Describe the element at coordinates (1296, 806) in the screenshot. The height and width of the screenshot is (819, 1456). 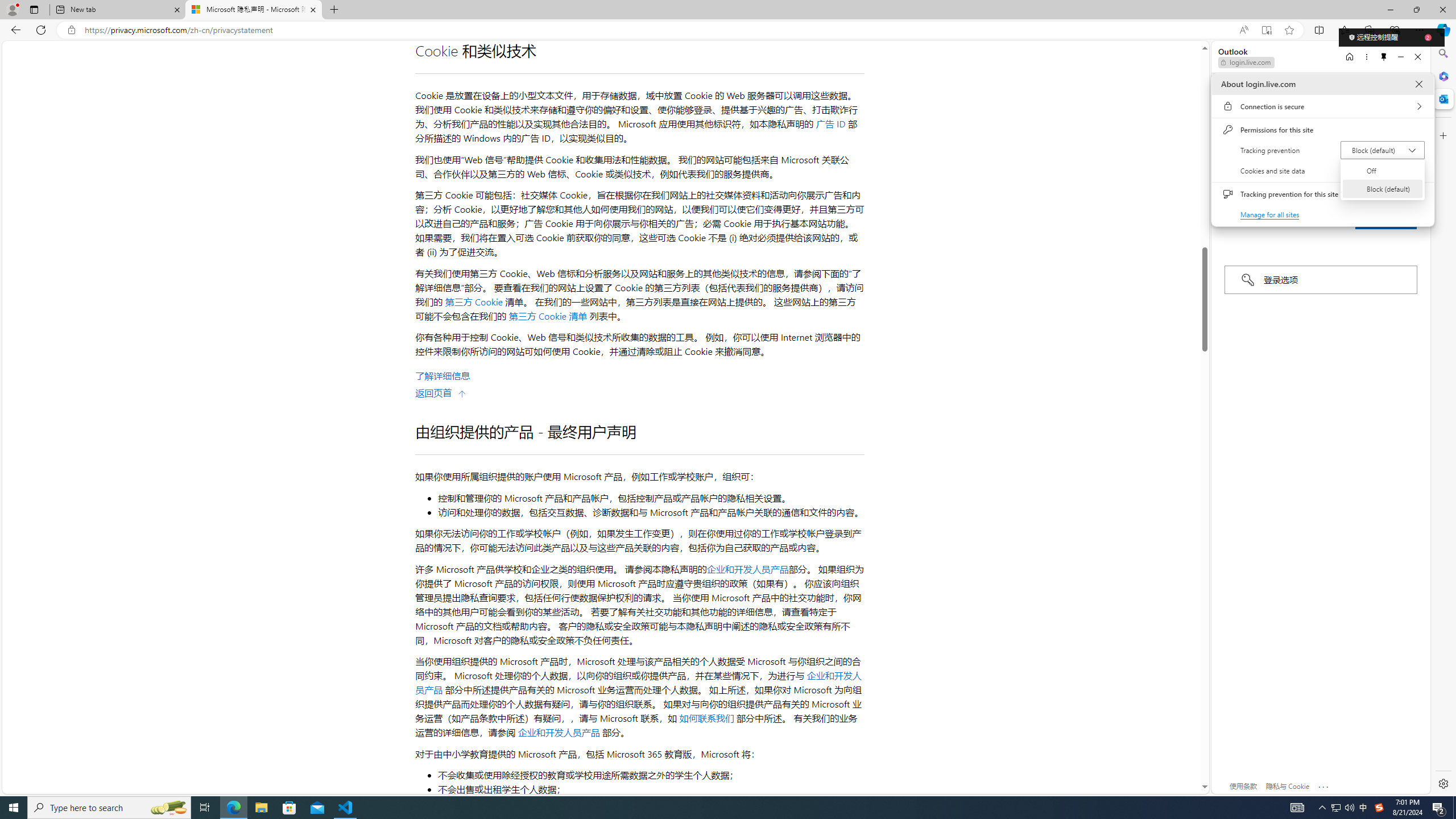
I see `'AutomationID: 4105'` at that location.